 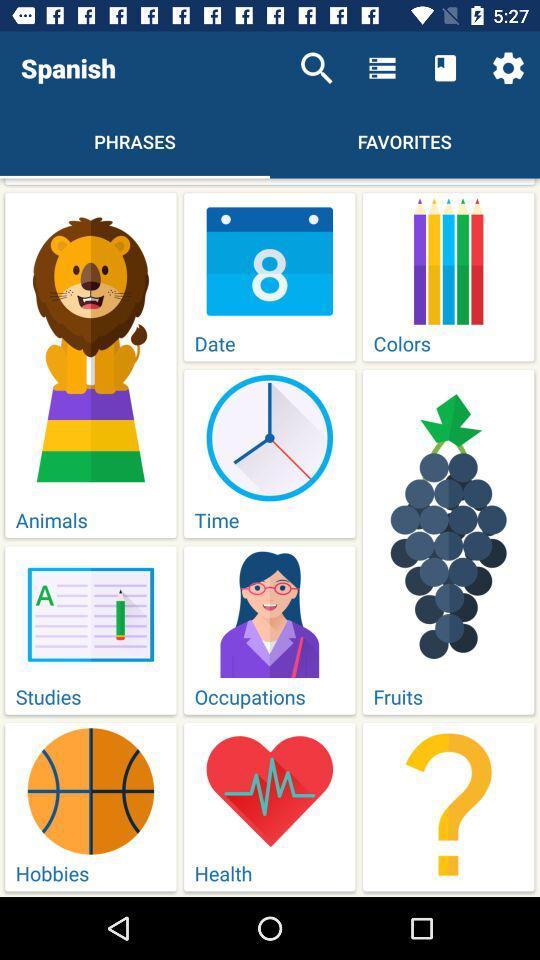 What do you see at coordinates (316, 68) in the screenshot?
I see `the icon to the right of spanish` at bounding box center [316, 68].